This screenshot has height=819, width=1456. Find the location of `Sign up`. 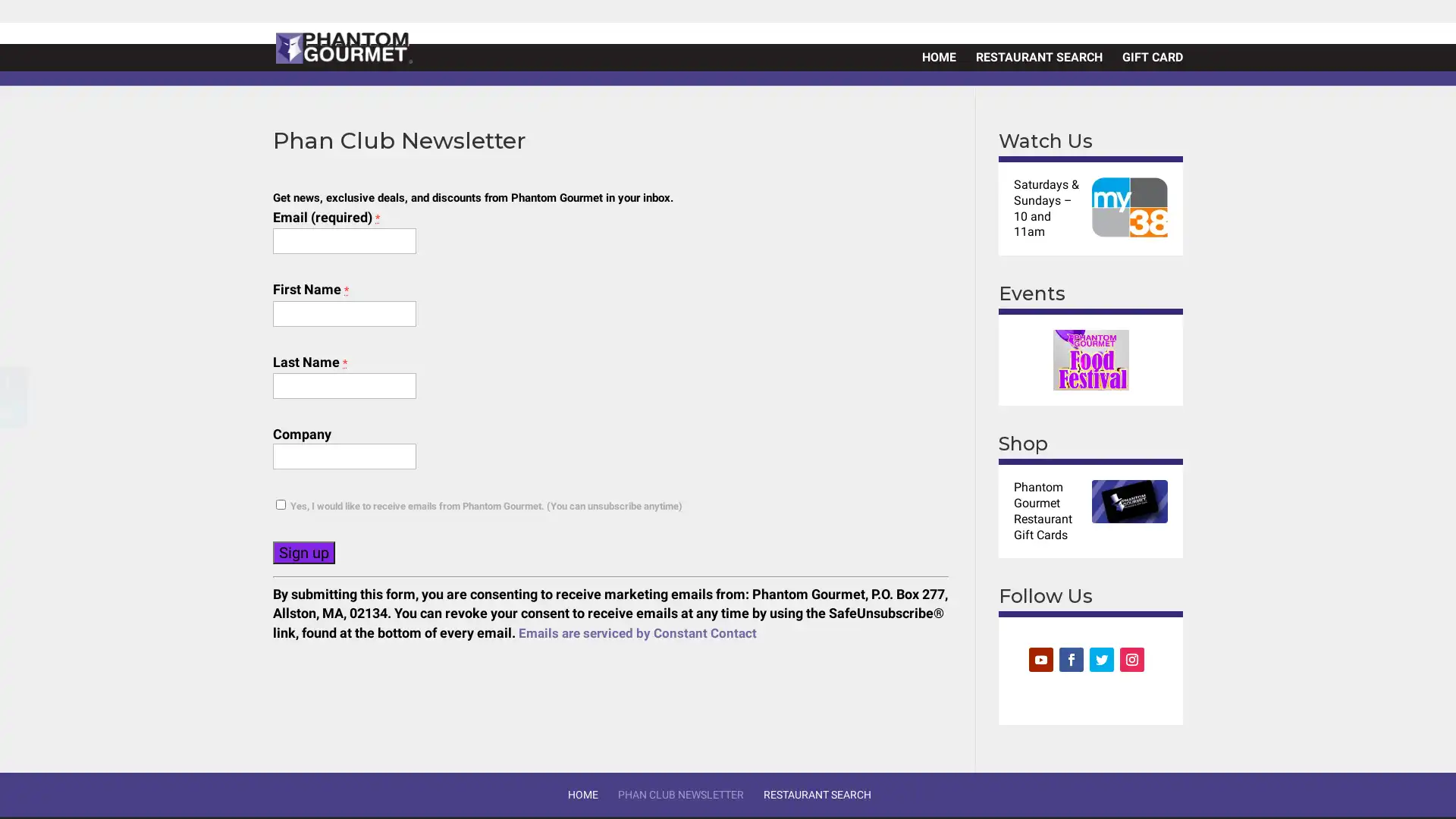

Sign up is located at coordinates (303, 553).